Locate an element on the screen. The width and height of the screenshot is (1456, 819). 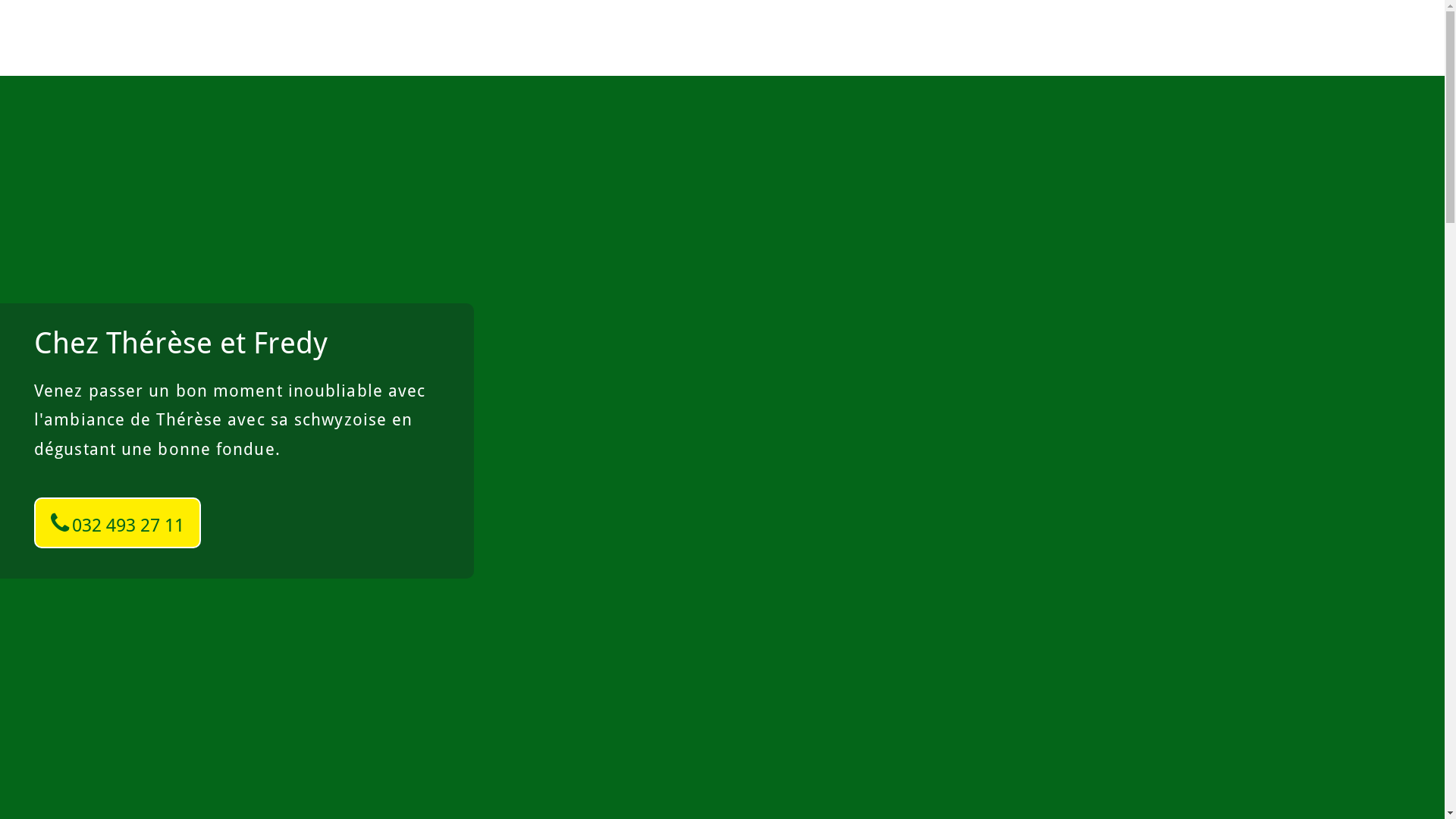
'032 493 27 11' is located at coordinates (33, 522).